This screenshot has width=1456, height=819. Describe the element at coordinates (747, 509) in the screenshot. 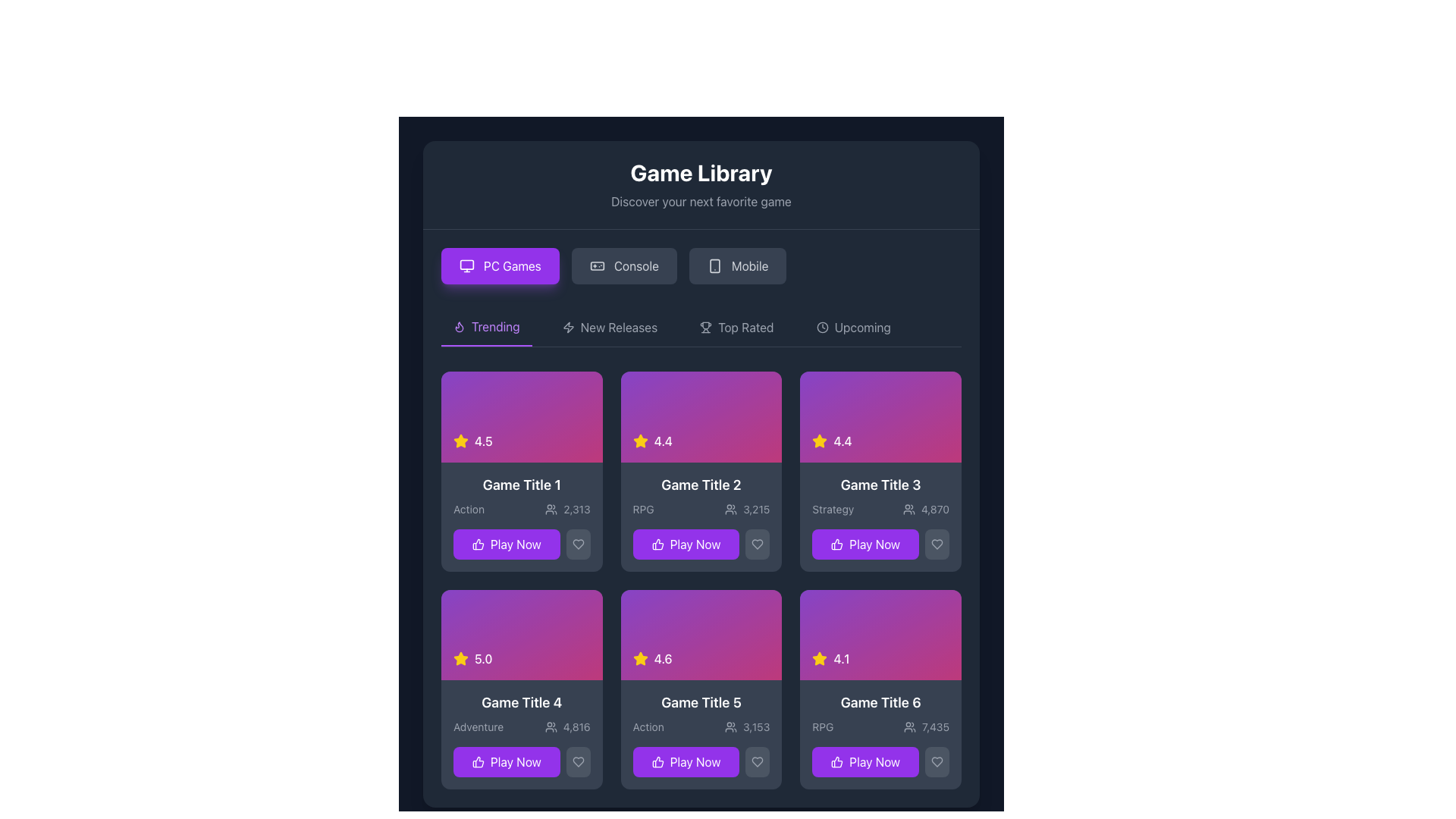

I see `the text element displaying the number '3,215' next to the user icon within the Game Title 2 card in the second column of the first row of the games grid` at that location.